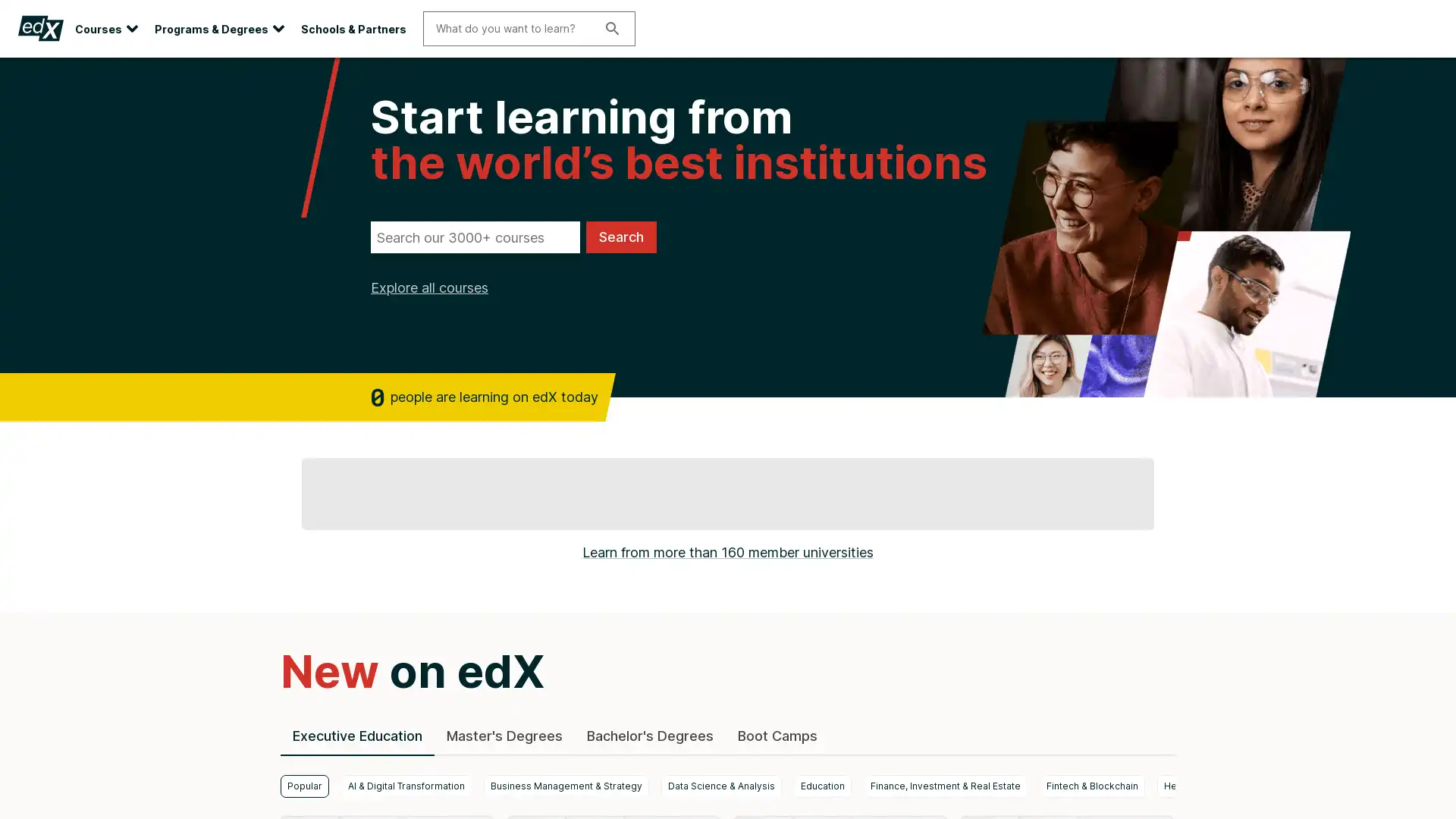 The height and width of the screenshot is (819, 1456). Describe the element at coordinates (621, 262) in the screenshot. I see `Search` at that location.